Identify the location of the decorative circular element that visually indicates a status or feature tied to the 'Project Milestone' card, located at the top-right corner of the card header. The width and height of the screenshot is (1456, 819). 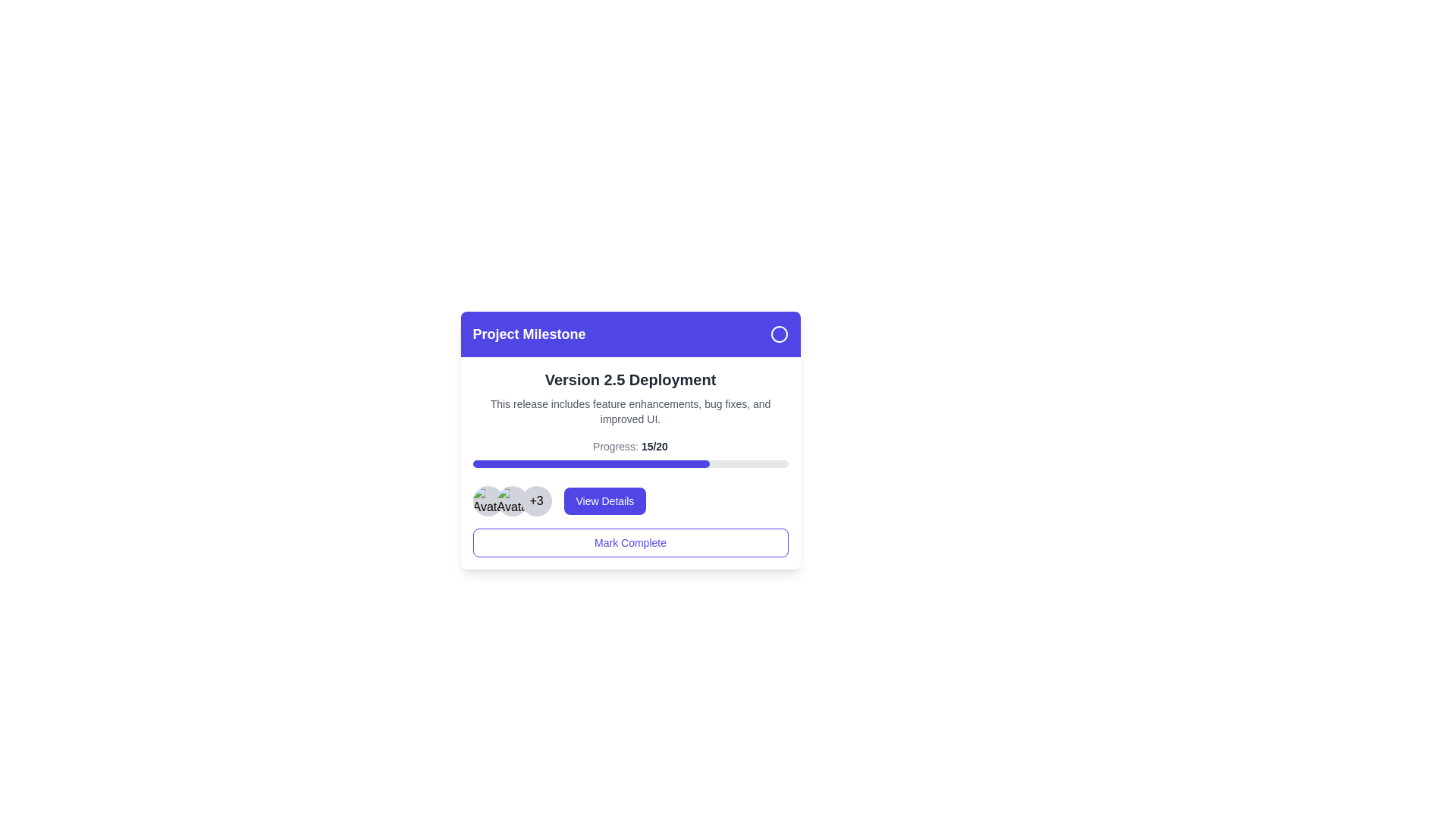
(779, 333).